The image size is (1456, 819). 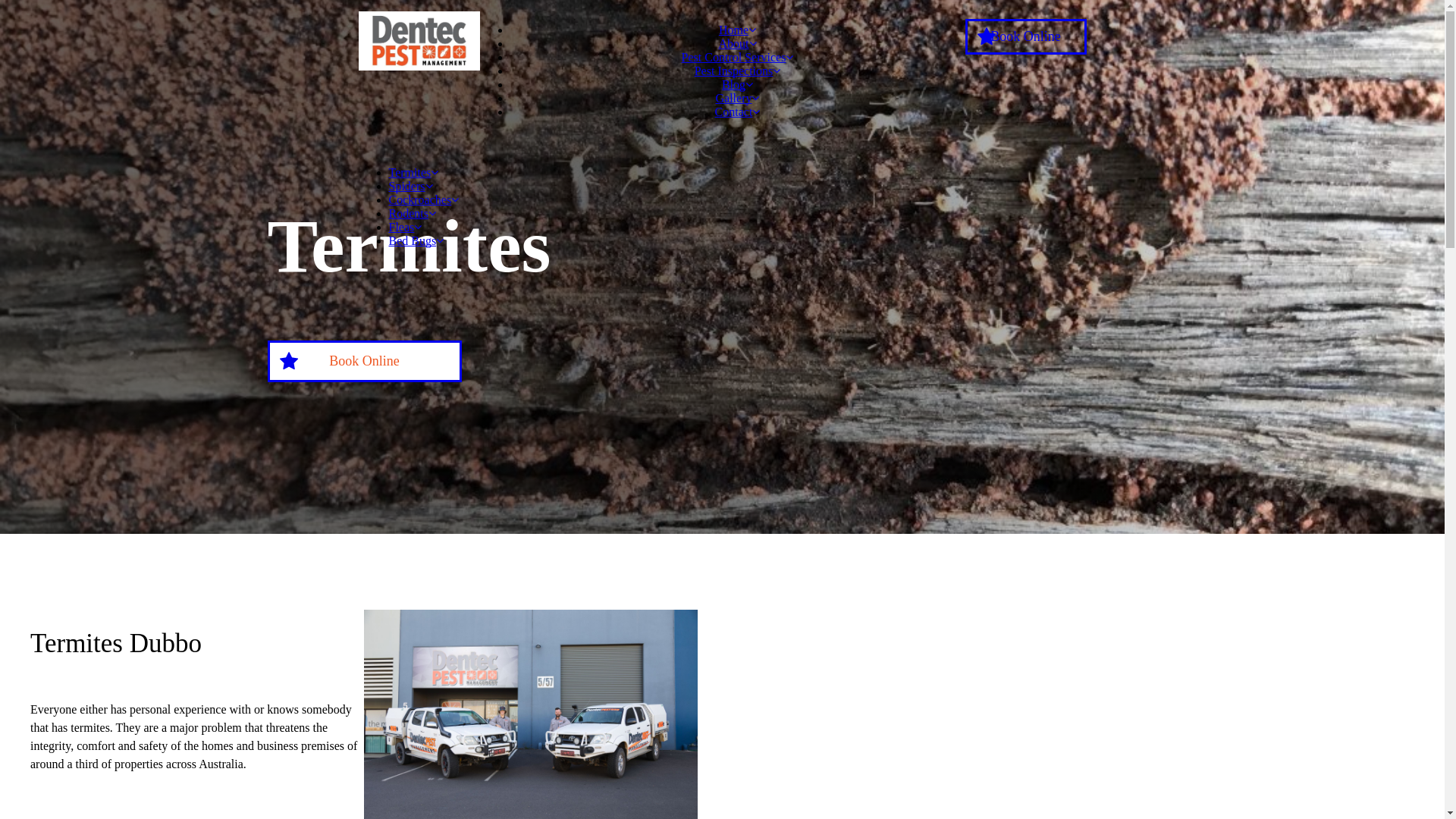 I want to click on 'Pest Inspections', so click(x=694, y=71).